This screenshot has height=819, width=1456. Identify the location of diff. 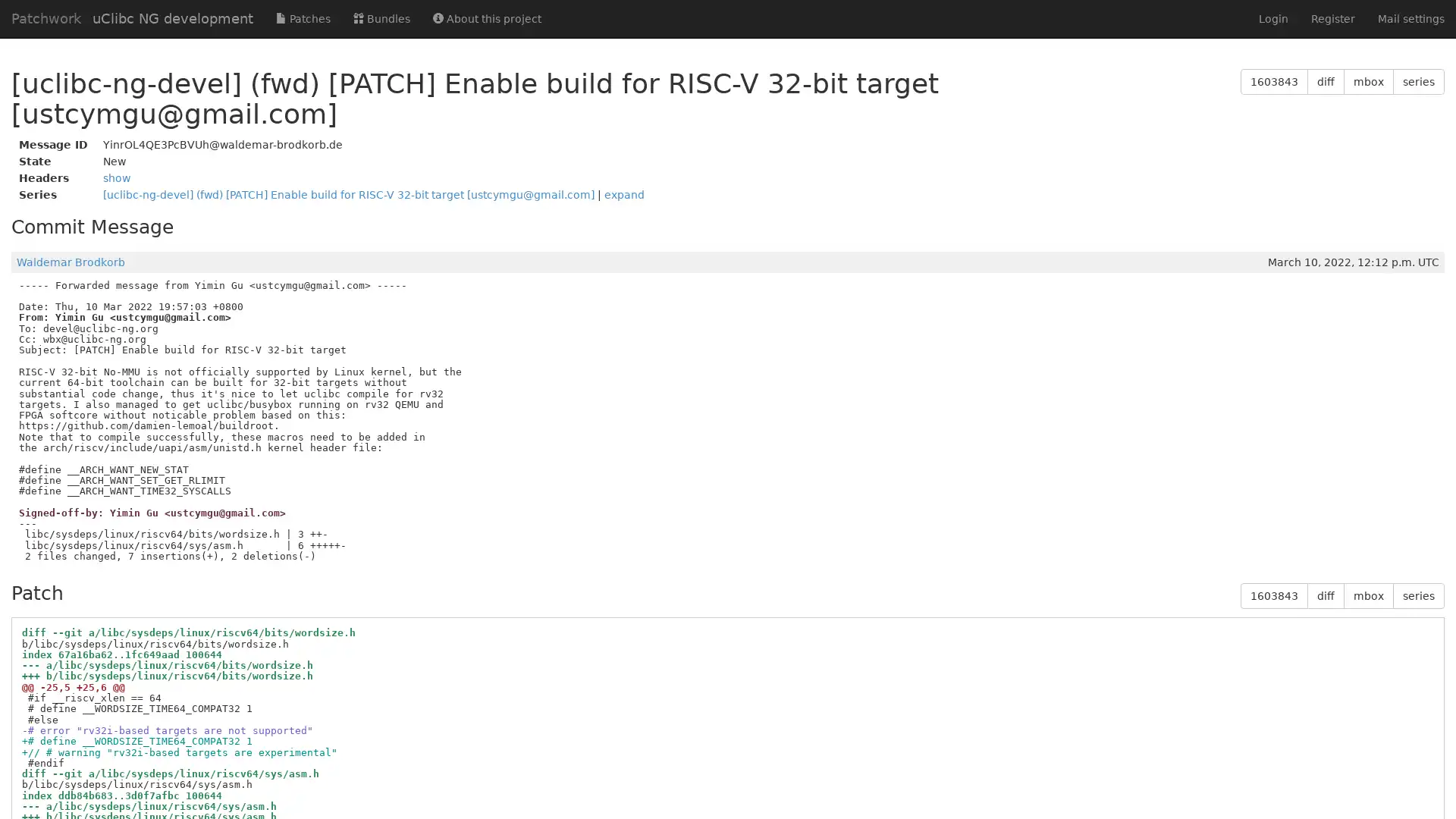
(1325, 595).